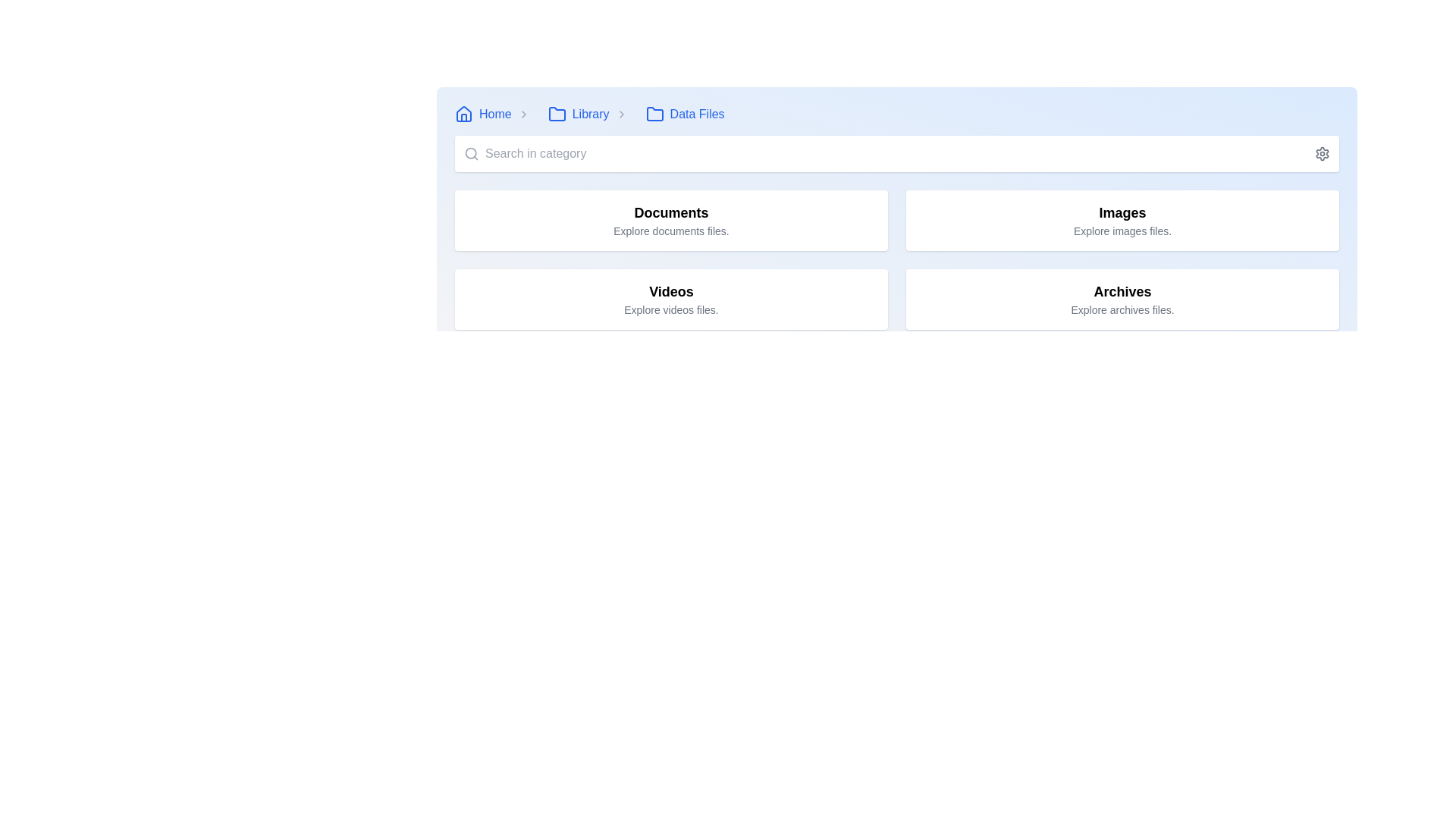 The image size is (1456, 819). What do you see at coordinates (470, 153) in the screenshot?
I see `the circular portion of the SVG-based search icon located in the navigation bar` at bounding box center [470, 153].